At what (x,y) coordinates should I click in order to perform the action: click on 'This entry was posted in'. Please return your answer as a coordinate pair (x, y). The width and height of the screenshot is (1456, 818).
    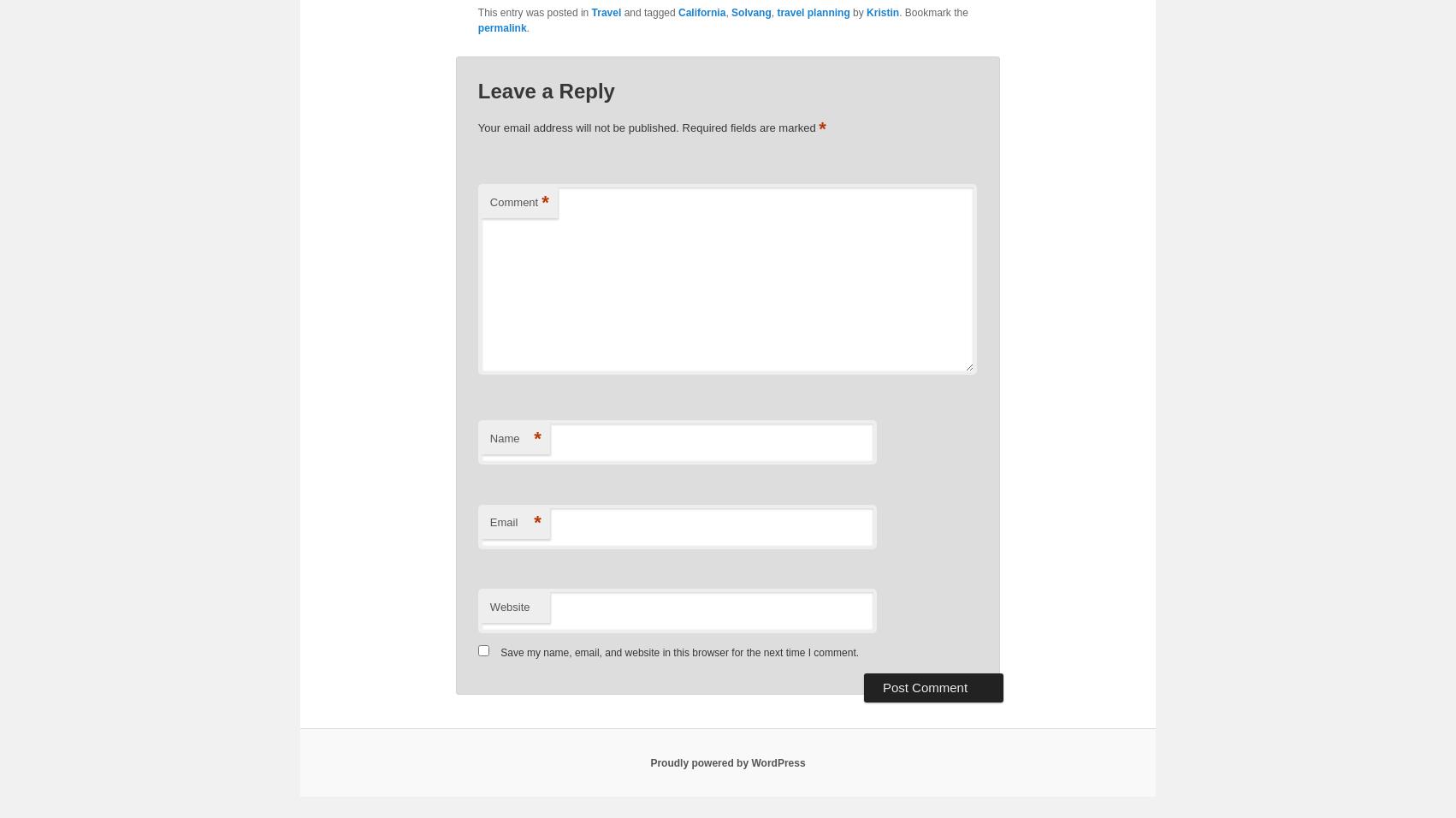
    Looking at the image, I should click on (534, 12).